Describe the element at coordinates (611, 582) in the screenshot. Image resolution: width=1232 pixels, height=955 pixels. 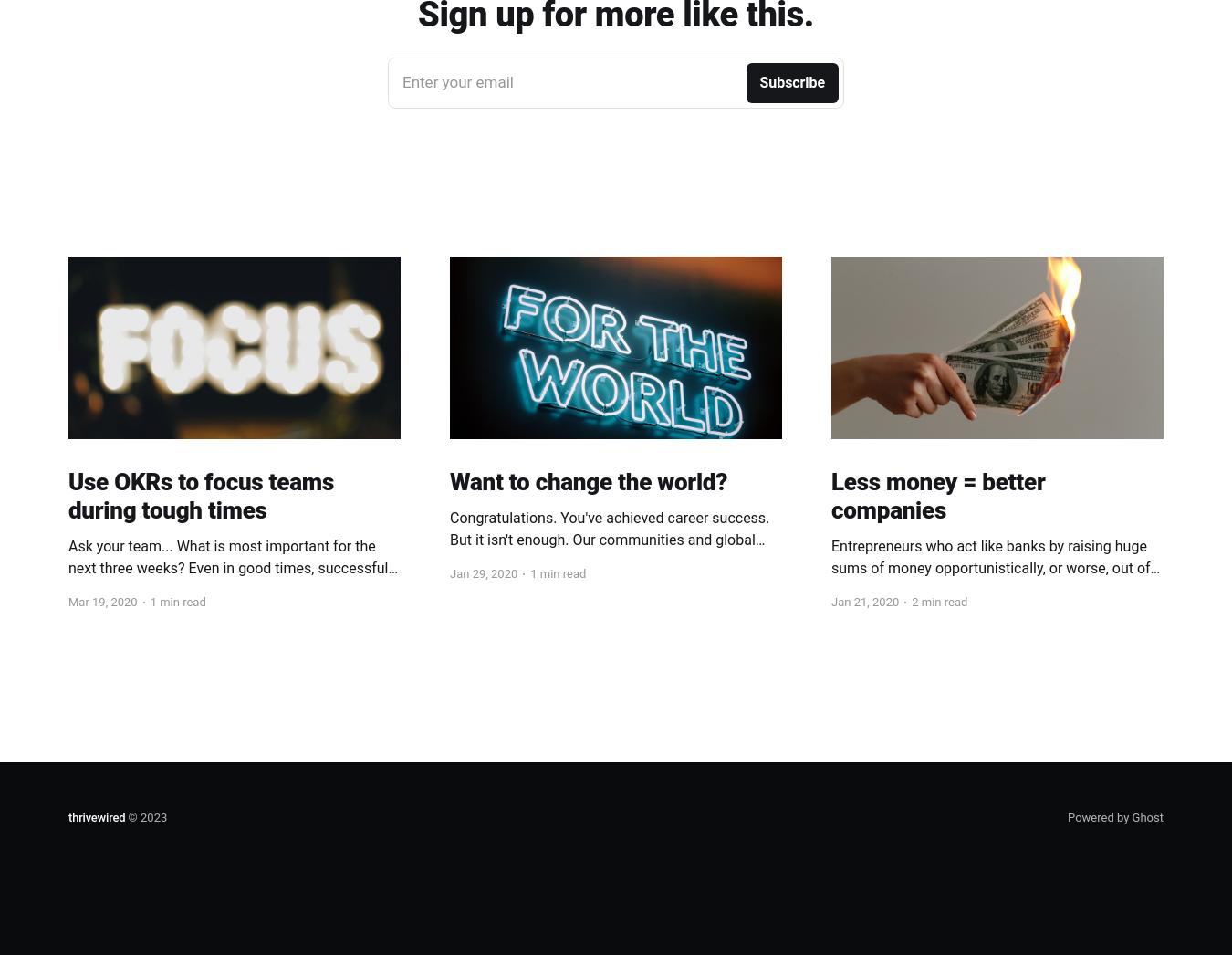
I see `'Congratulations. You've achieved career success. But it isn't enough. Our
communities and global causes need your talent to make positive changes in our
world by tackling big societal problems.

If, increasingly, community or global causes should appeal to your sense of
purpose, and should you want to use your talent'` at that location.